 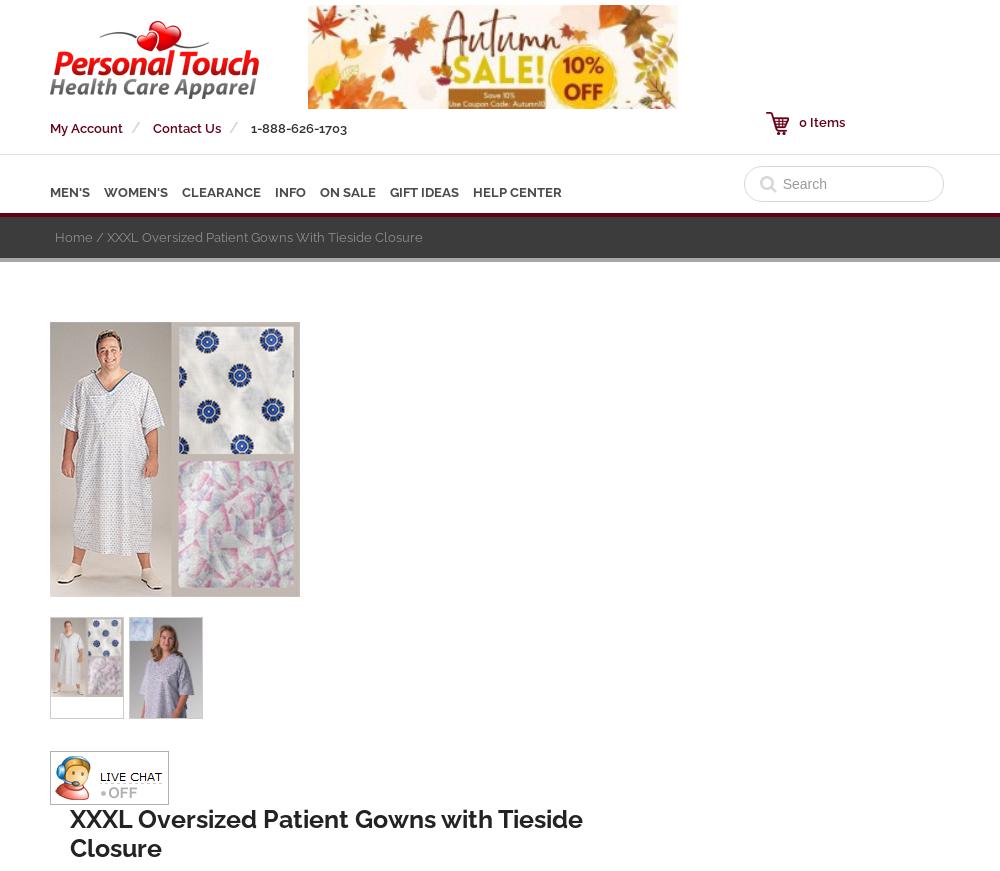 What do you see at coordinates (220, 192) in the screenshot?
I see `'CLEARANCE'` at bounding box center [220, 192].